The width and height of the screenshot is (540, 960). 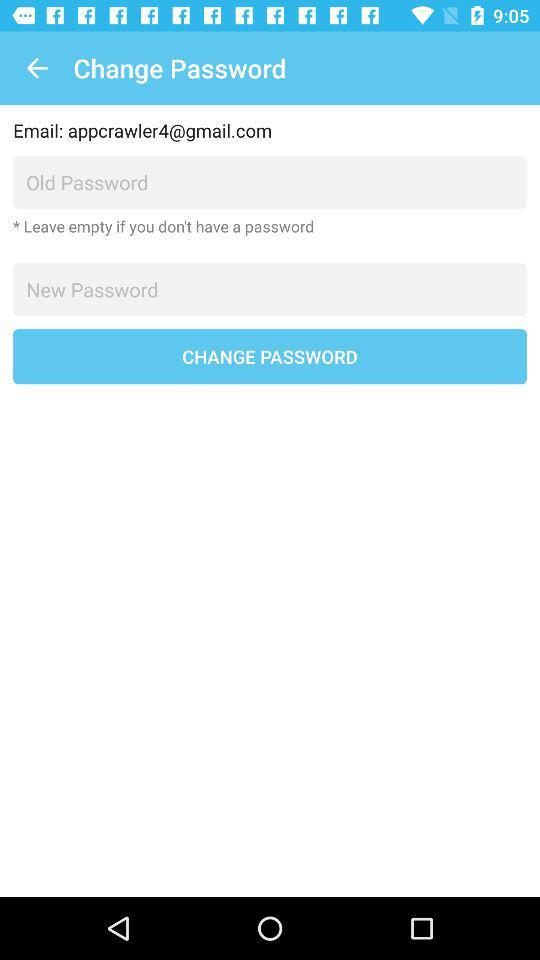 What do you see at coordinates (270, 182) in the screenshot?
I see `old password box` at bounding box center [270, 182].